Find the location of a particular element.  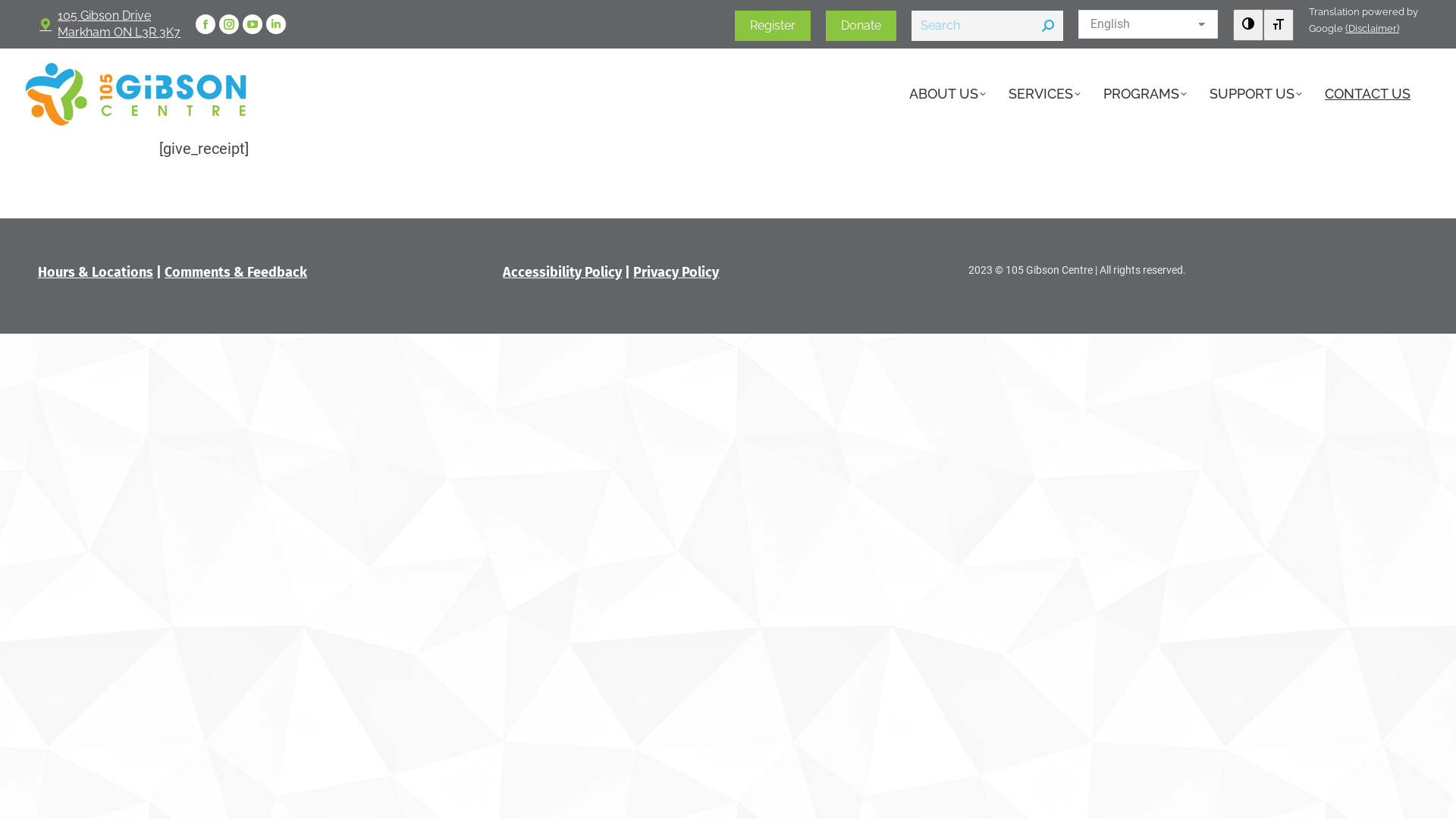

'(Disclaimer)' is located at coordinates (1372, 28).